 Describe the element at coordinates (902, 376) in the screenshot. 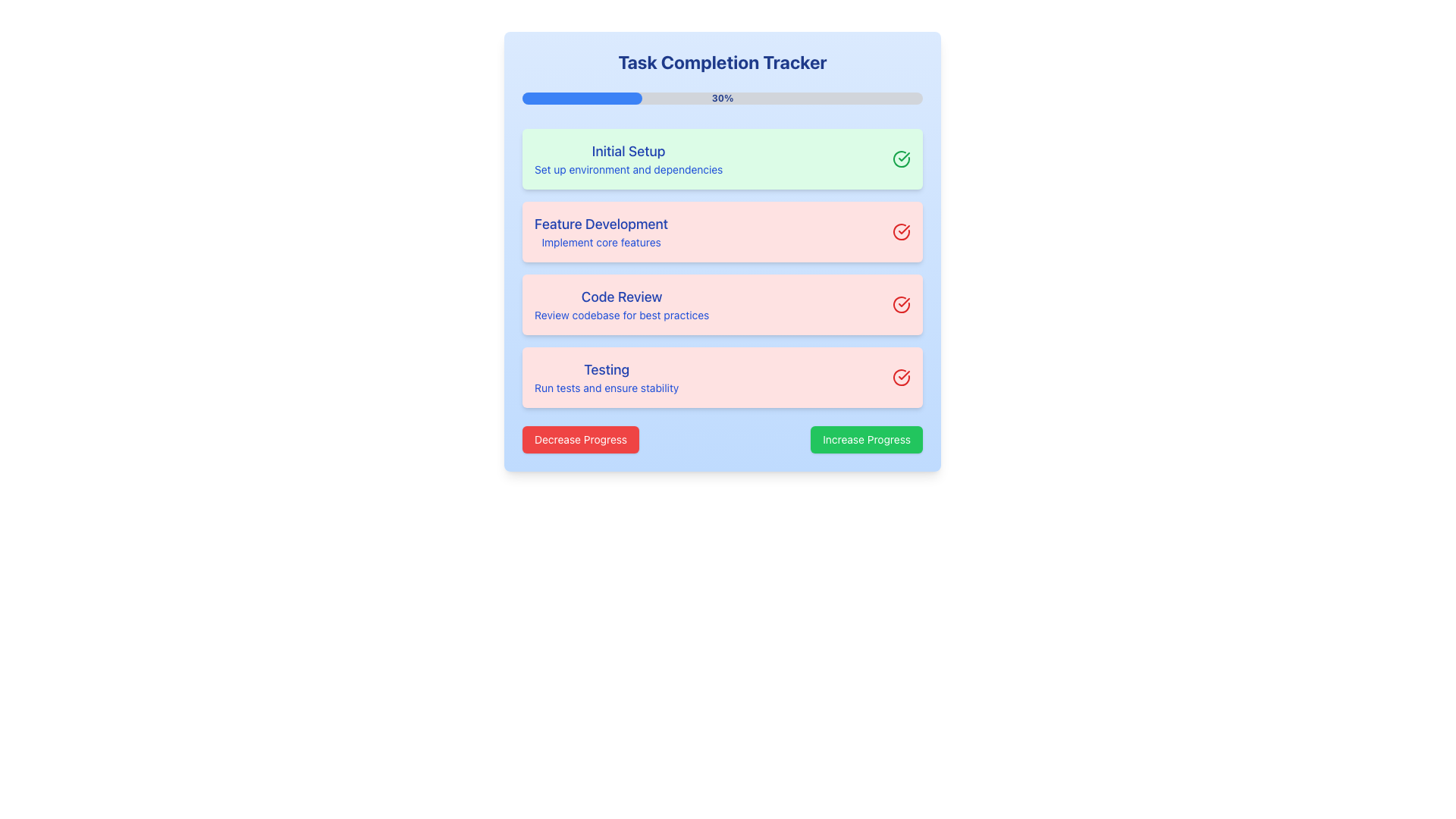

I see `the task completion status by clicking on the circular red icon with a checkmark located at the right end of the 'Testing' task card` at that location.